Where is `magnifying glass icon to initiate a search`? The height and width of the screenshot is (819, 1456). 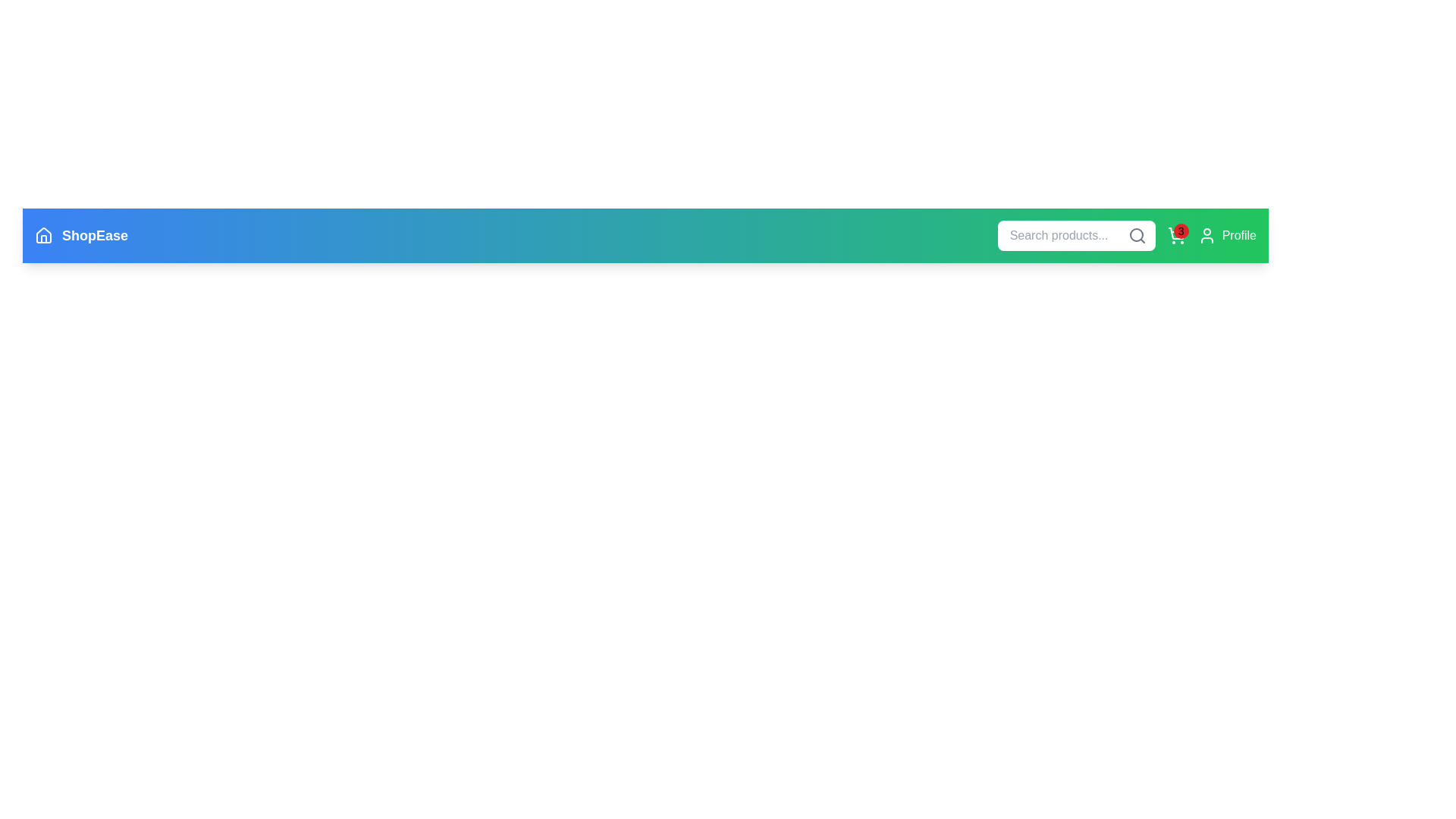 magnifying glass icon to initiate a search is located at coordinates (1136, 236).